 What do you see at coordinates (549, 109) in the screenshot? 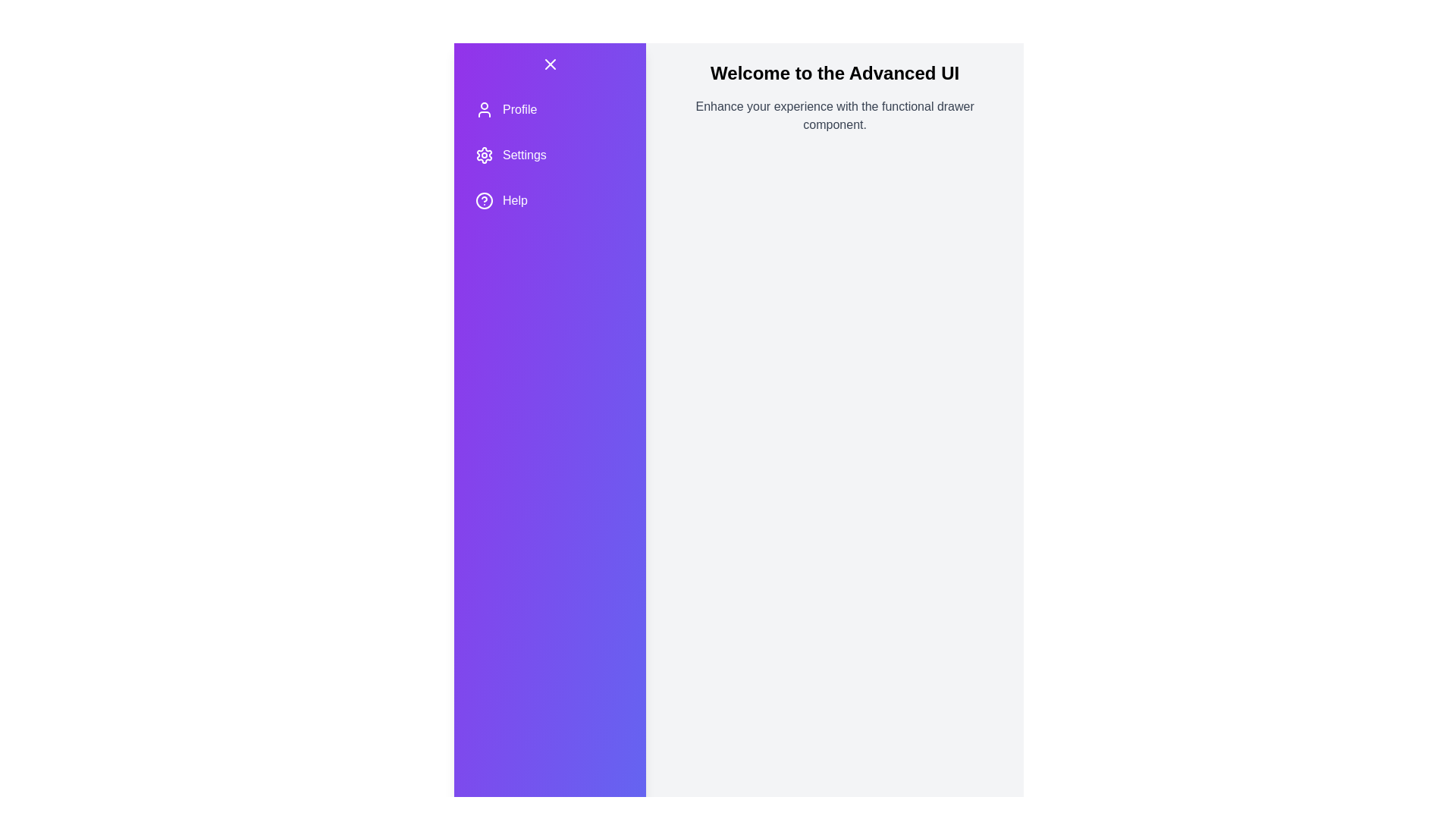
I see `the menu item Profile to change its appearance` at bounding box center [549, 109].